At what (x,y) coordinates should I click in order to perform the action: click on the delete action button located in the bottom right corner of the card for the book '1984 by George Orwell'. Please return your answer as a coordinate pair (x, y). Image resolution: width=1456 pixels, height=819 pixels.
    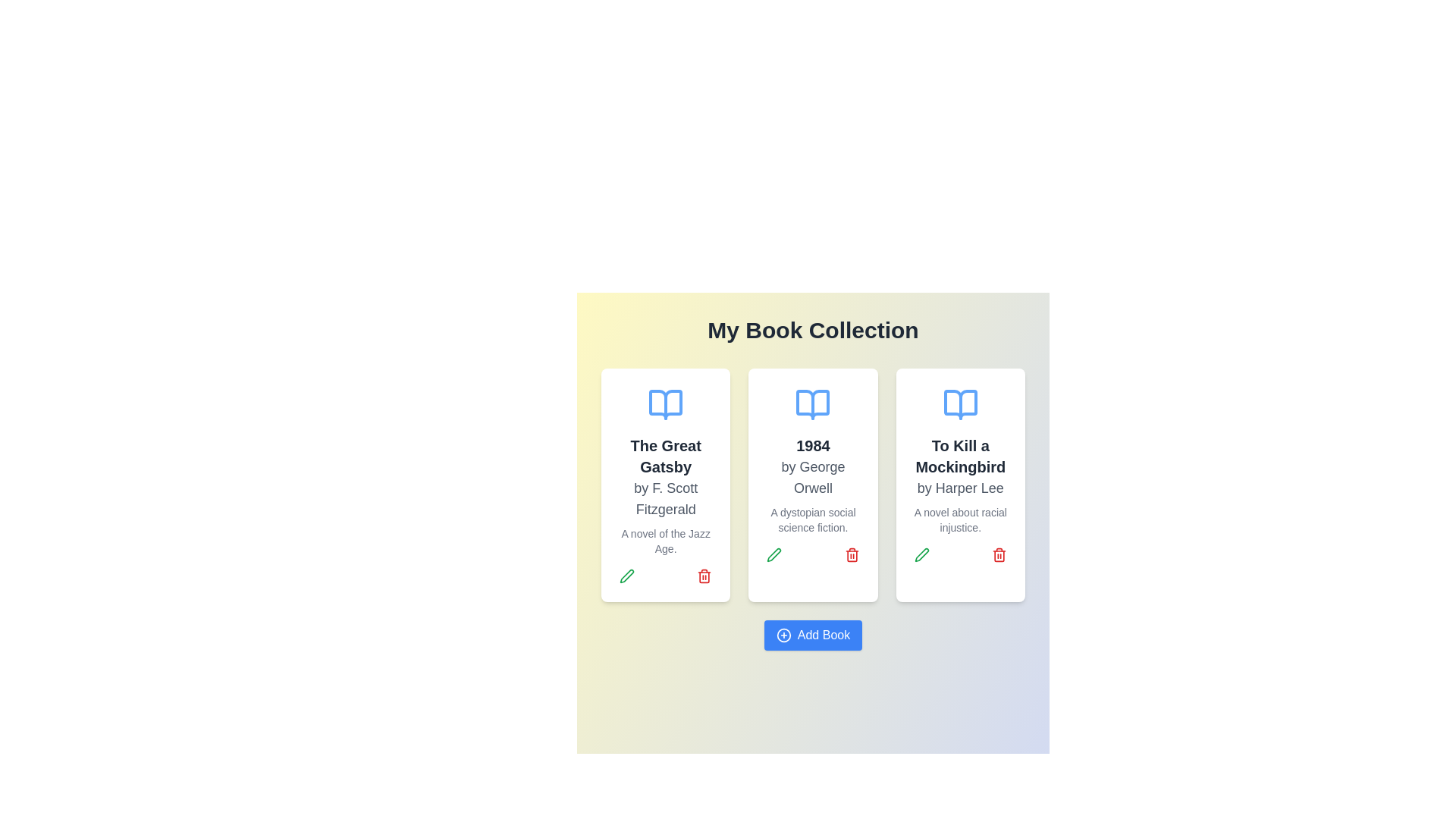
    Looking at the image, I should click on (852, 555).